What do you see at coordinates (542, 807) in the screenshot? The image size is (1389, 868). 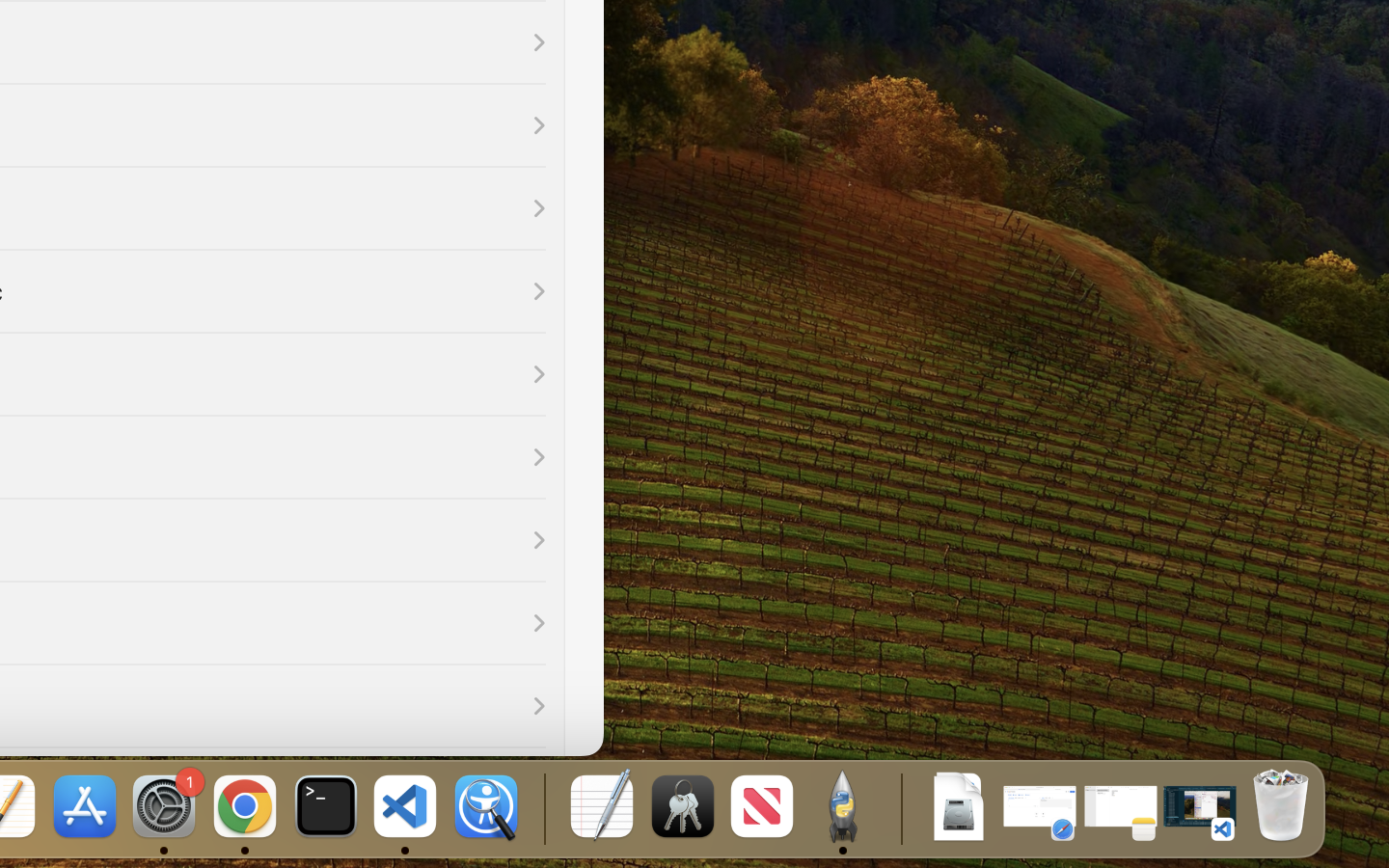 I see `'0.4285714328289032'` at bounding box center [542, 807].